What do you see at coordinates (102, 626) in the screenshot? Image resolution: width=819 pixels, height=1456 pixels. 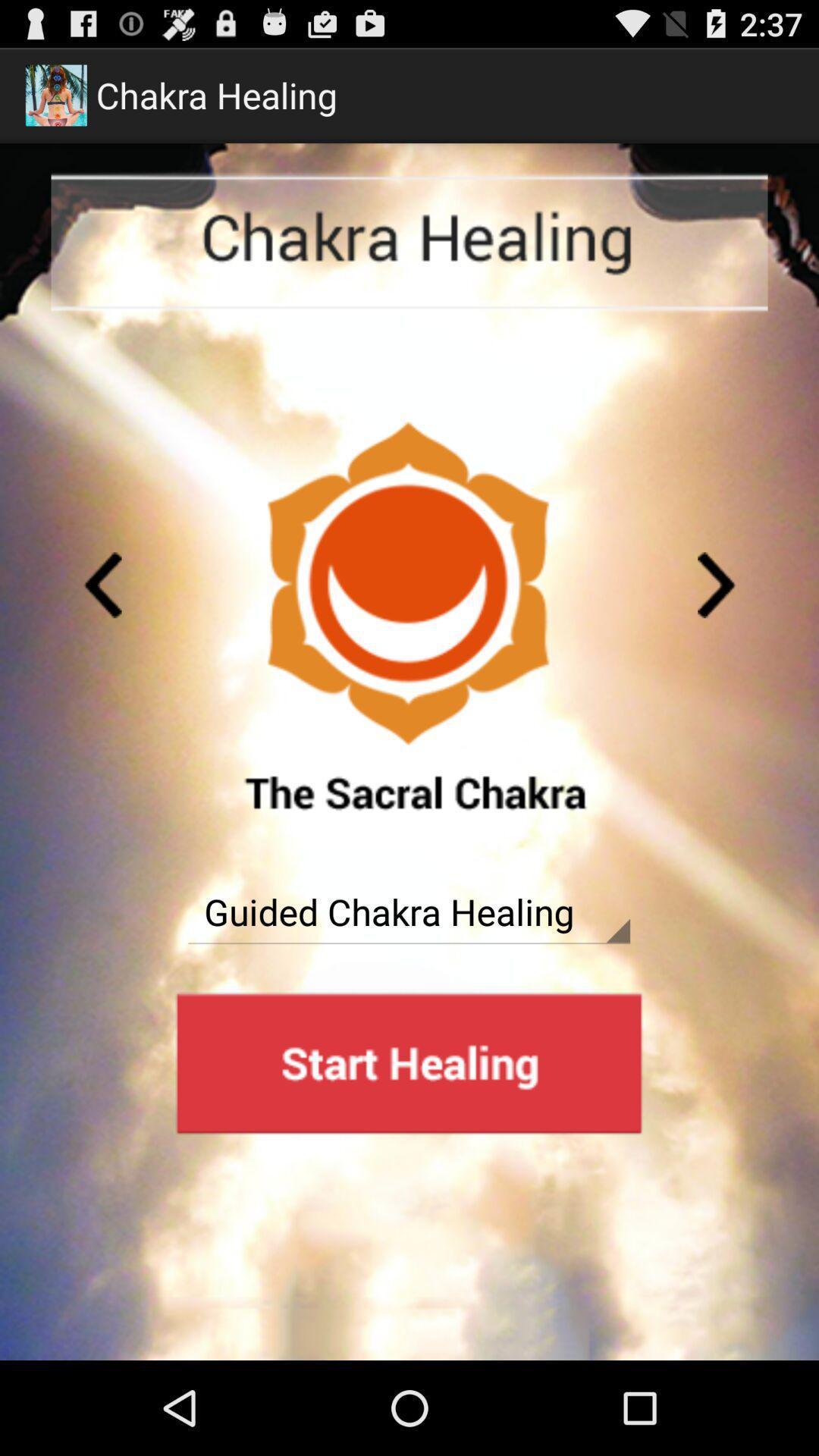 I see `the arrow_backward icon` at bounding box center [102, 626].